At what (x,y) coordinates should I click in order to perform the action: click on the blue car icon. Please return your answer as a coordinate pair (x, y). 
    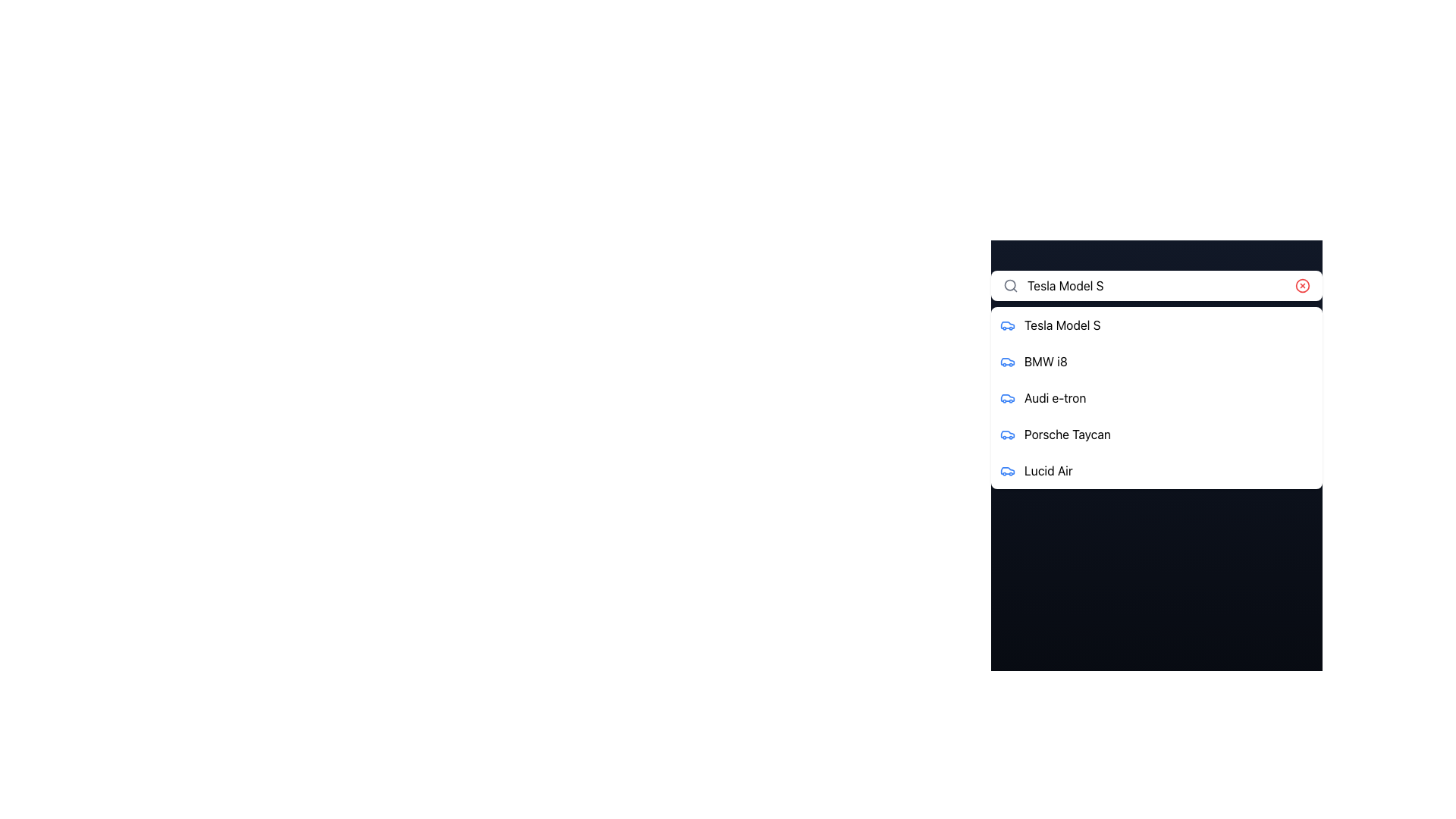
    Looking at the image, I should click on (1008, 362).